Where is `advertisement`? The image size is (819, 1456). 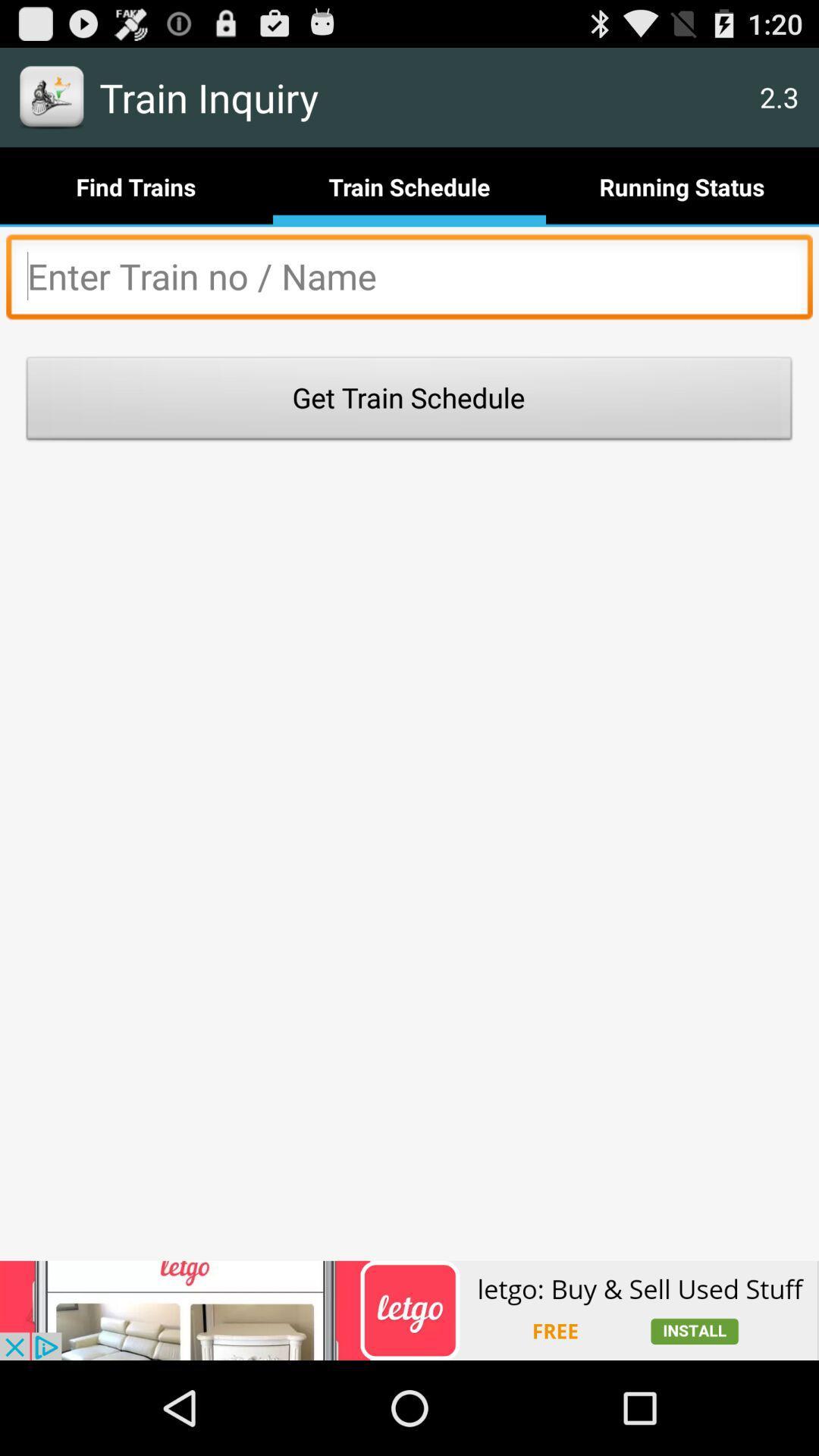 advertisement is located at coordinates (409, 281).